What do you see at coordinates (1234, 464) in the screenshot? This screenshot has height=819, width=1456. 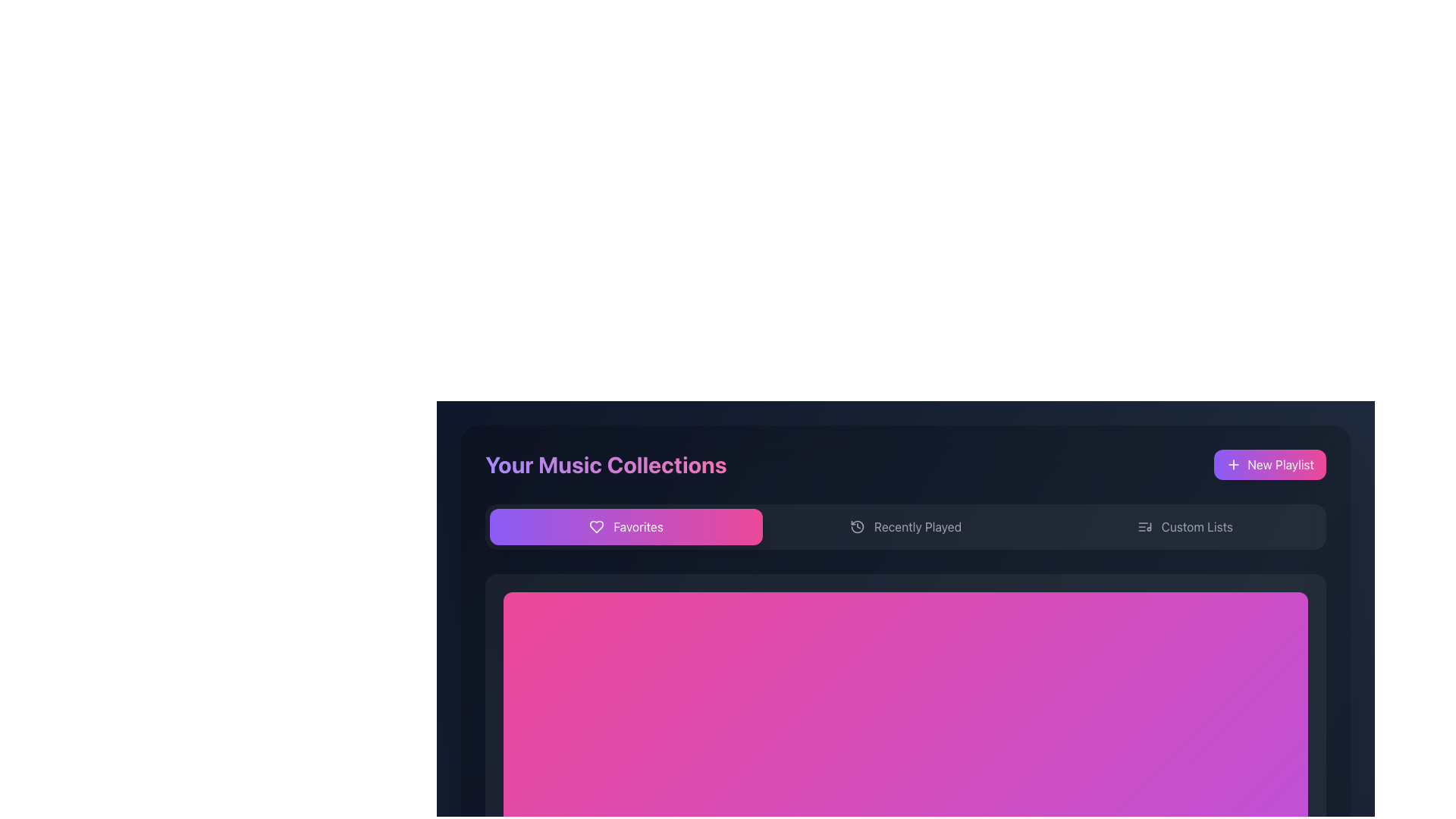 I see `the small white plus icon located on the purple-to-pink gradient 'New Playlist' button in the upper-right corner of the main content area` at bounding box center [1234, 464].